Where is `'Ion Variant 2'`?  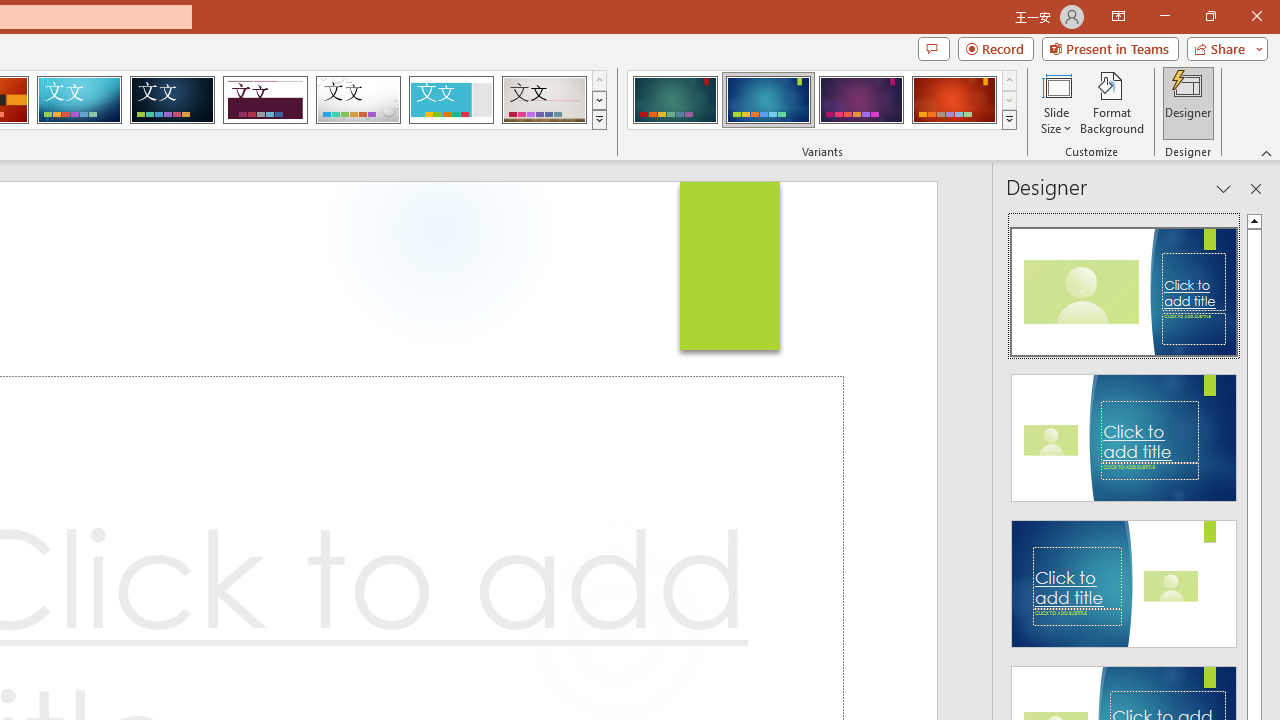
'Ion Variant 2' is located at coordinates (767, 100).